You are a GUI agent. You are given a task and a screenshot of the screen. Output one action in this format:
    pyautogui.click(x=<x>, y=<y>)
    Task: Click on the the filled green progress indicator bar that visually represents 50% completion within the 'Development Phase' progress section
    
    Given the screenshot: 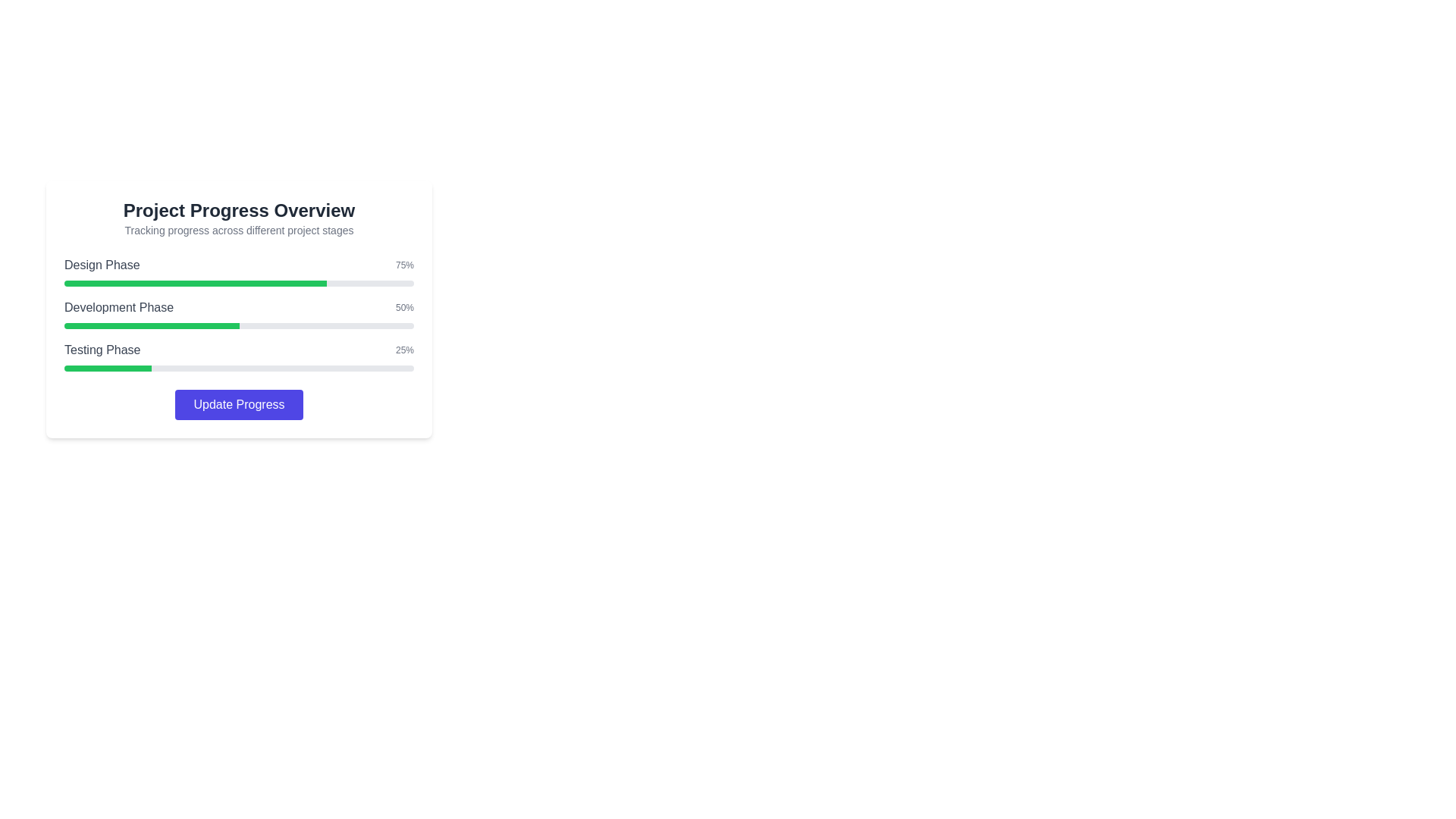 What is the action you would take?
    pyautogui.click(x=152, y=325)
    